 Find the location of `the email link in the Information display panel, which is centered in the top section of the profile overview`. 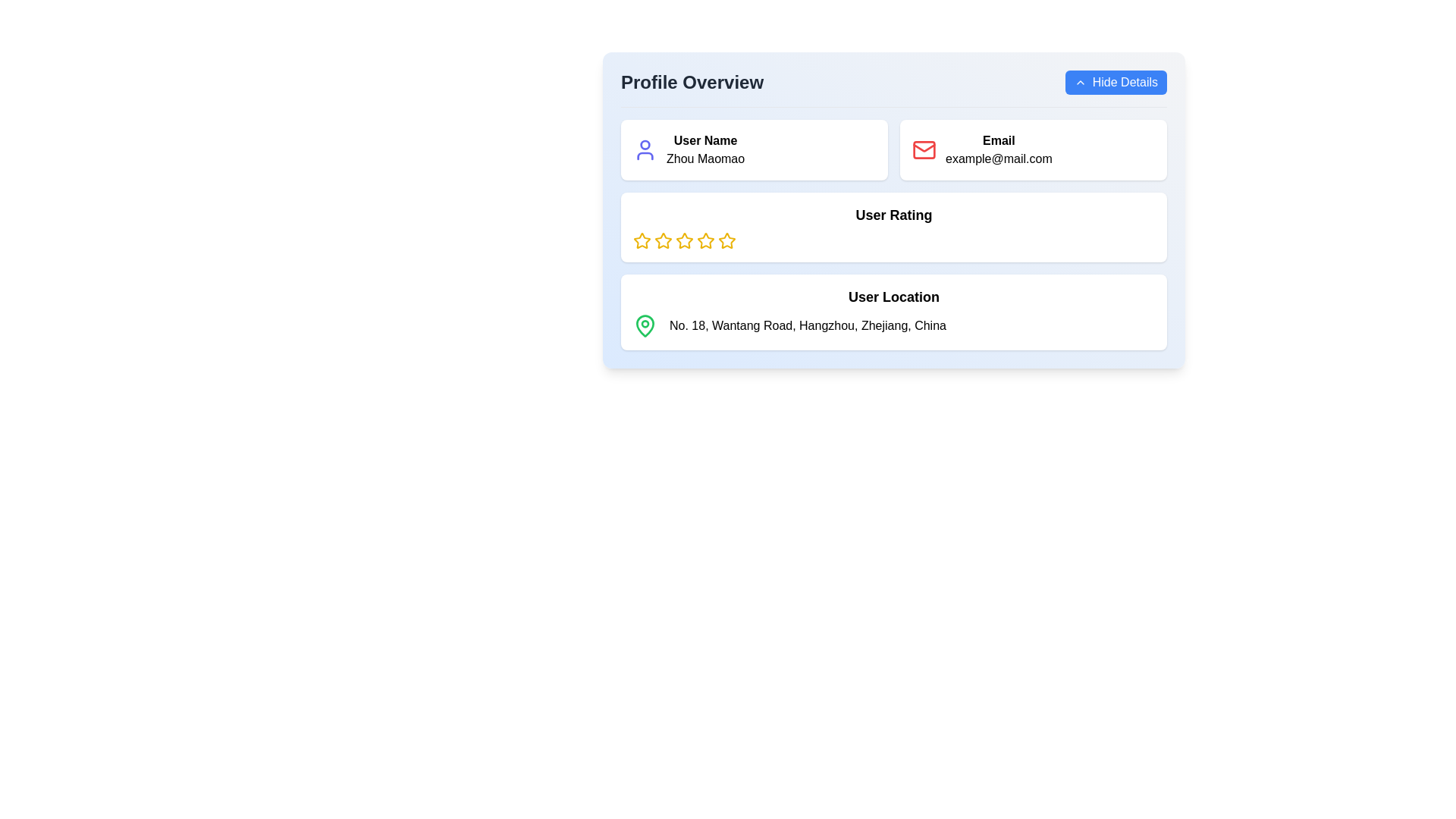

the email link in the Information display panel, which is centered in the top section of the profile overview is located at coordinates (894, 149).